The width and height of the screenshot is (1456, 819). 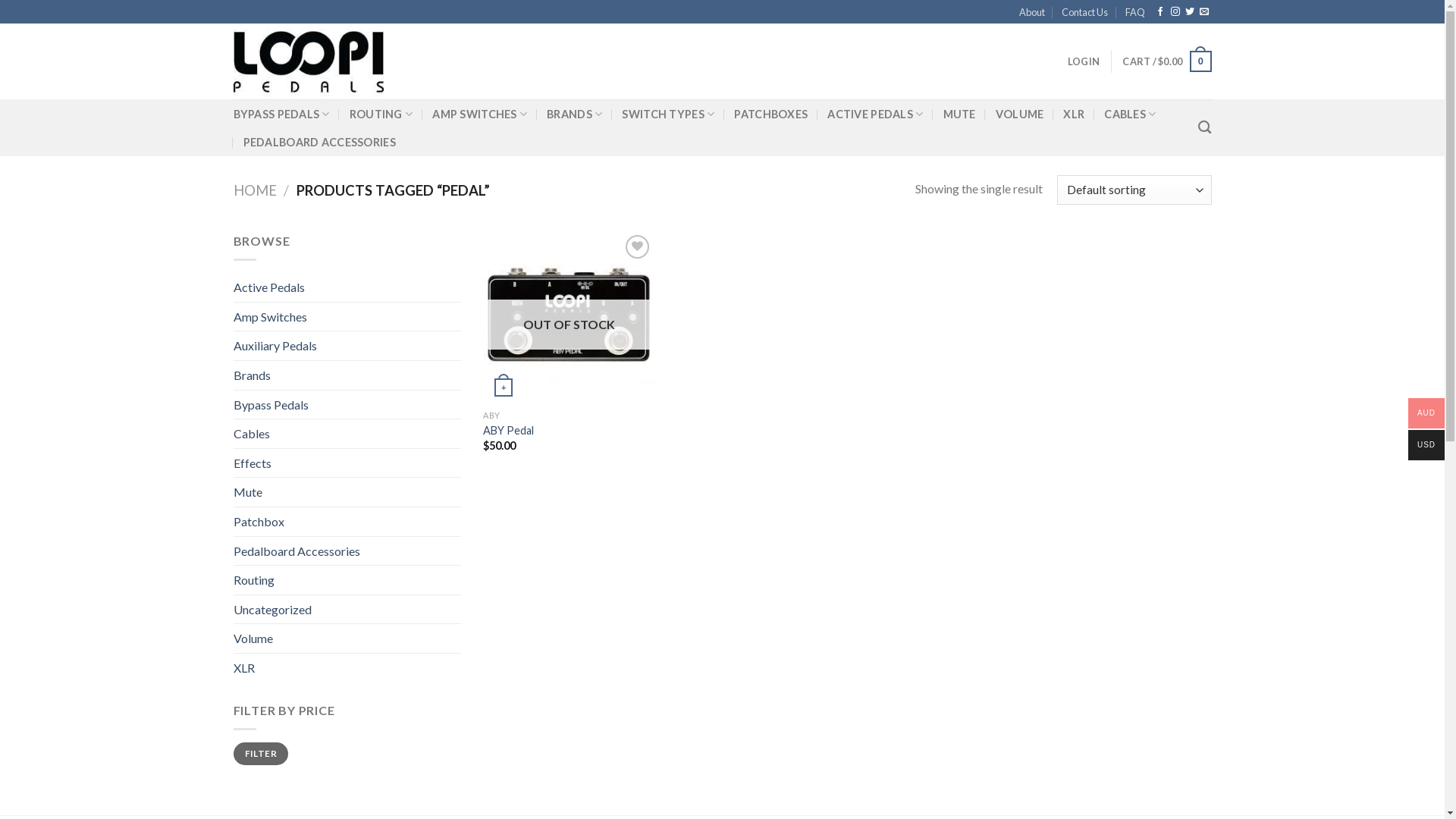 What do you see at coordinates (667, 113) in the screenshot?
I see `'SWITCH TYPES'` at bounding box center [667, 113].